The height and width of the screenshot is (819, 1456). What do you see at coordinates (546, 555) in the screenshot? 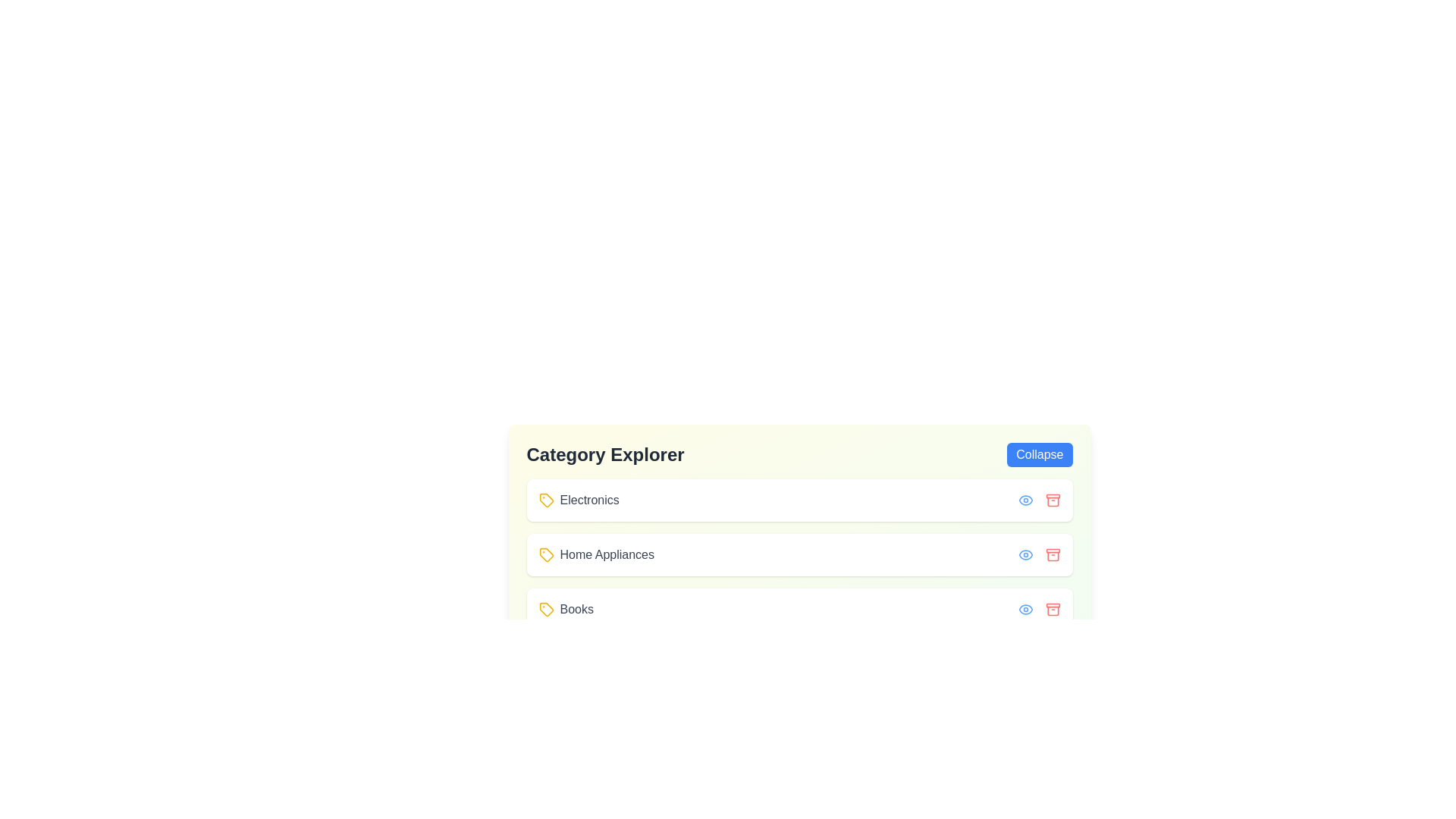
I see `the small, stylized yellow tag-shaped icon located to the left of the 'Home Appliances' text` at bounding box center [546, 555].